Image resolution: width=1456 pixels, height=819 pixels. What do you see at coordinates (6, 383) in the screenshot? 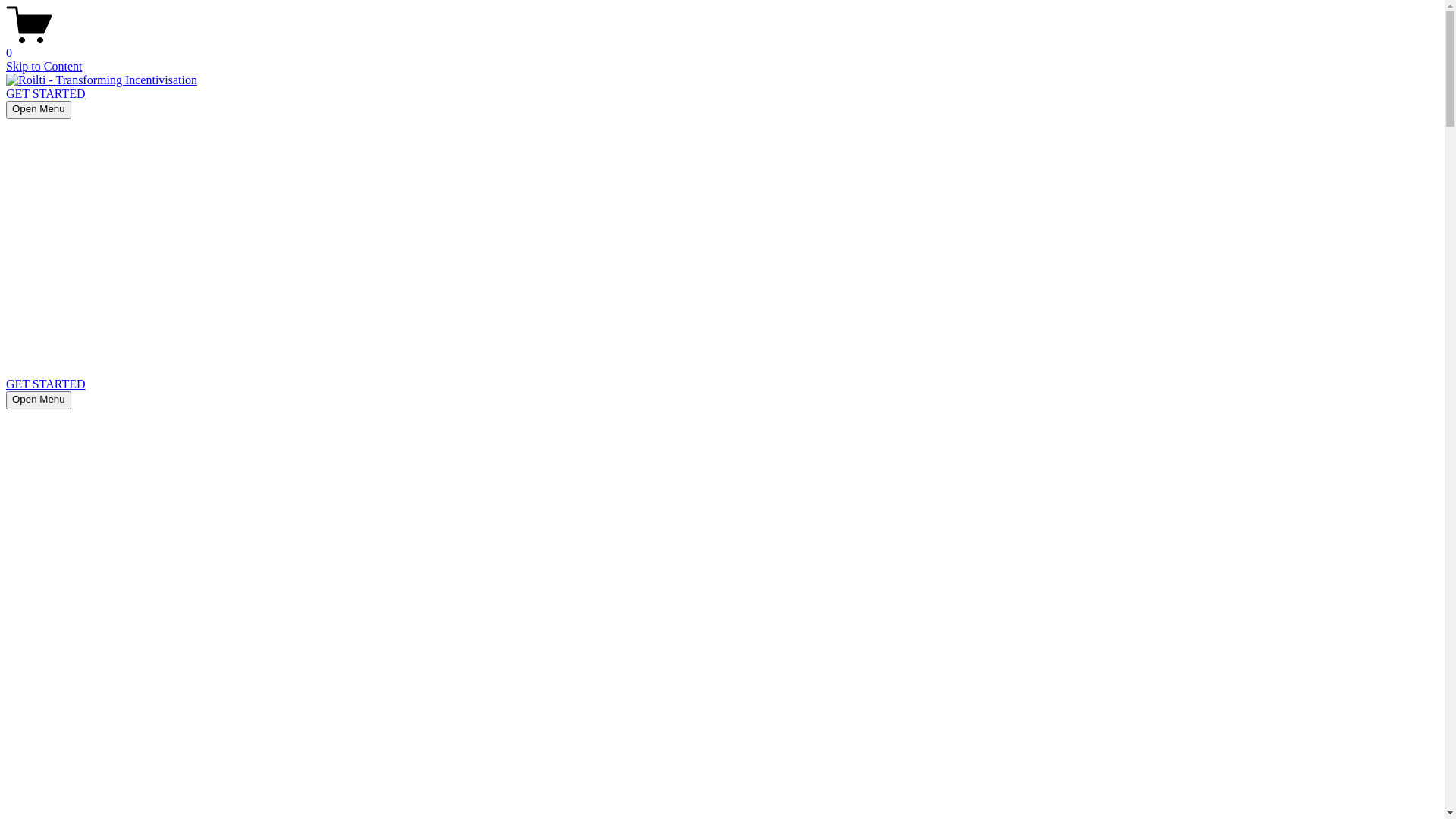
I see `'GET STARTED'` at bounding box center [6, 383].